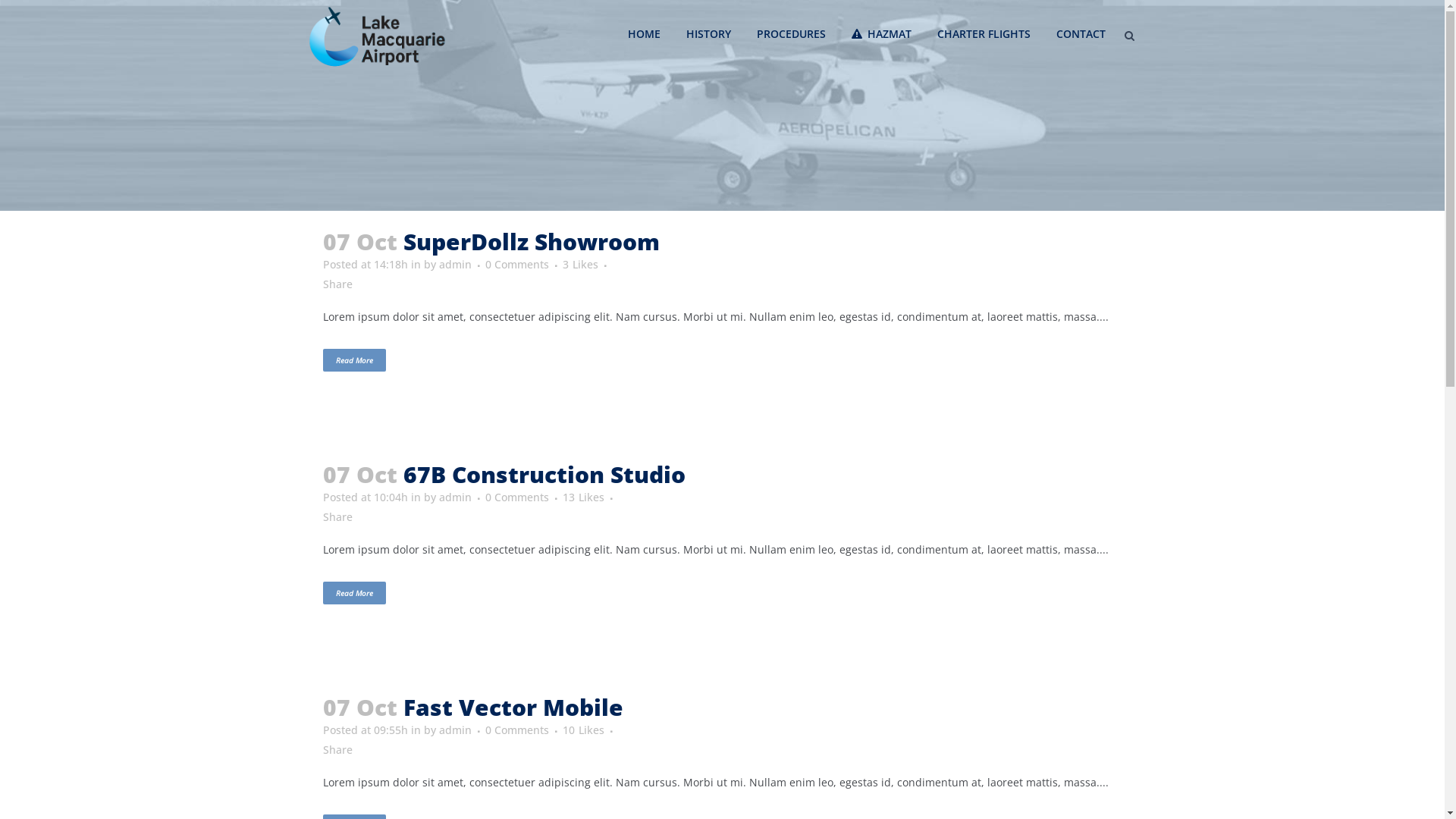 Image resolution: width=1456 pixels, height=819 pixels. Describe the element at coordinates (403, 240) in the screenshot. I see `'SuperDollz Showroom'` at that location.